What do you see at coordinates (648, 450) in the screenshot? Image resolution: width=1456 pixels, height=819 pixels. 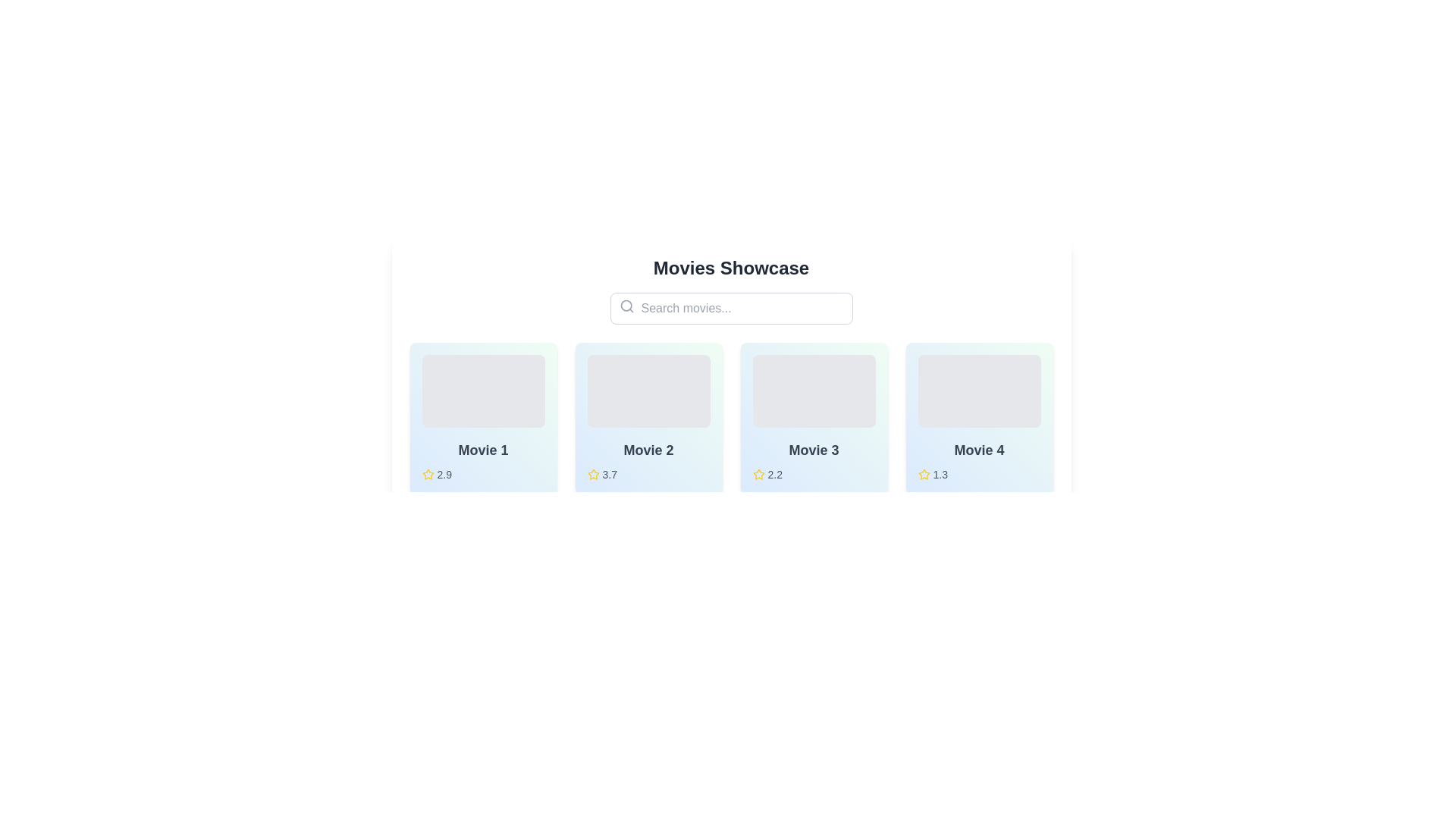 I see `the static text label that displays the movie's title in the second card of the movie collection, located beneath the image placeholder and above the star rating '3.7'` at bounding box center [648, 450].